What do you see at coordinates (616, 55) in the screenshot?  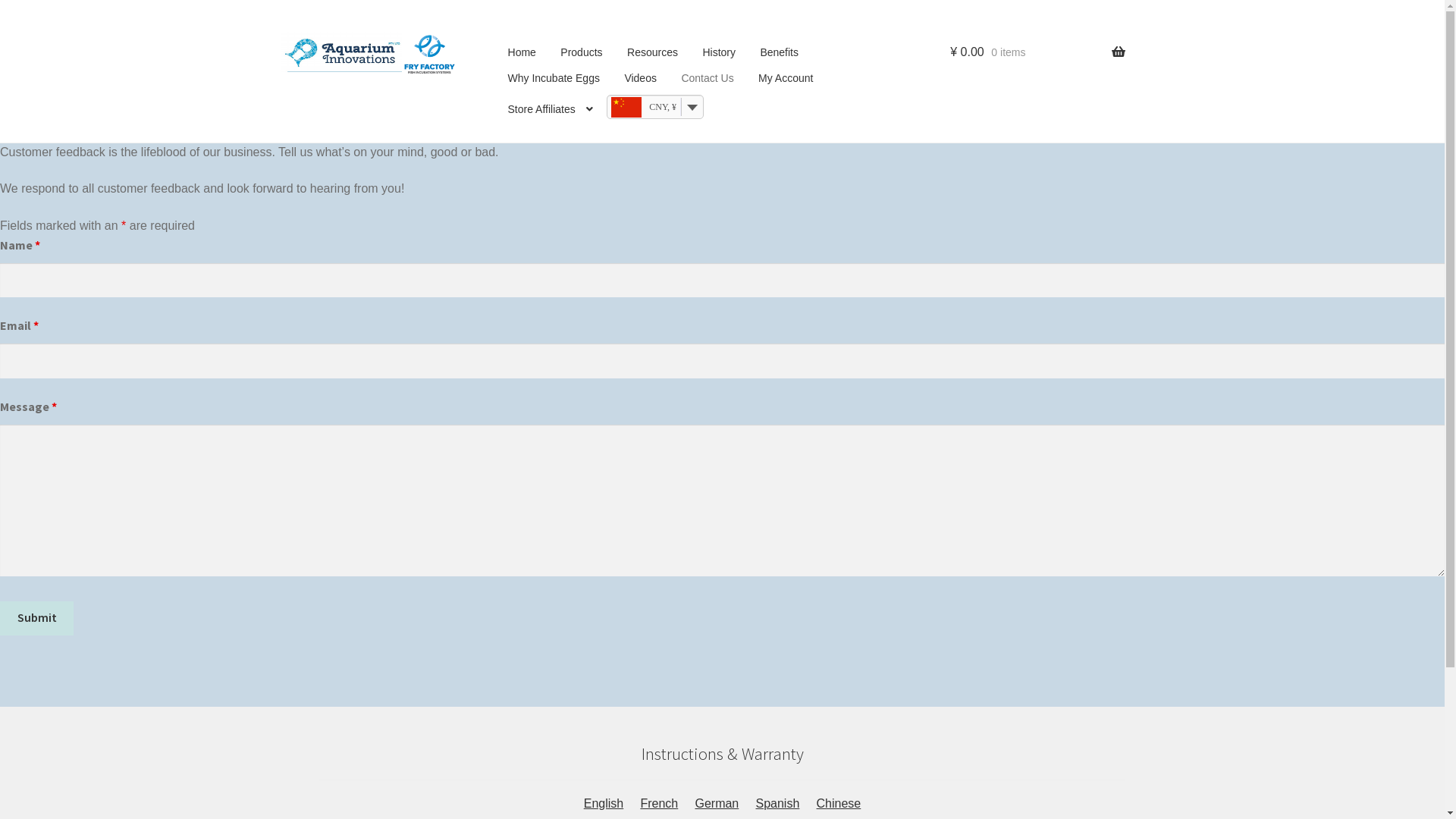 I see `'Resources'` at bounding box center [616, 55].